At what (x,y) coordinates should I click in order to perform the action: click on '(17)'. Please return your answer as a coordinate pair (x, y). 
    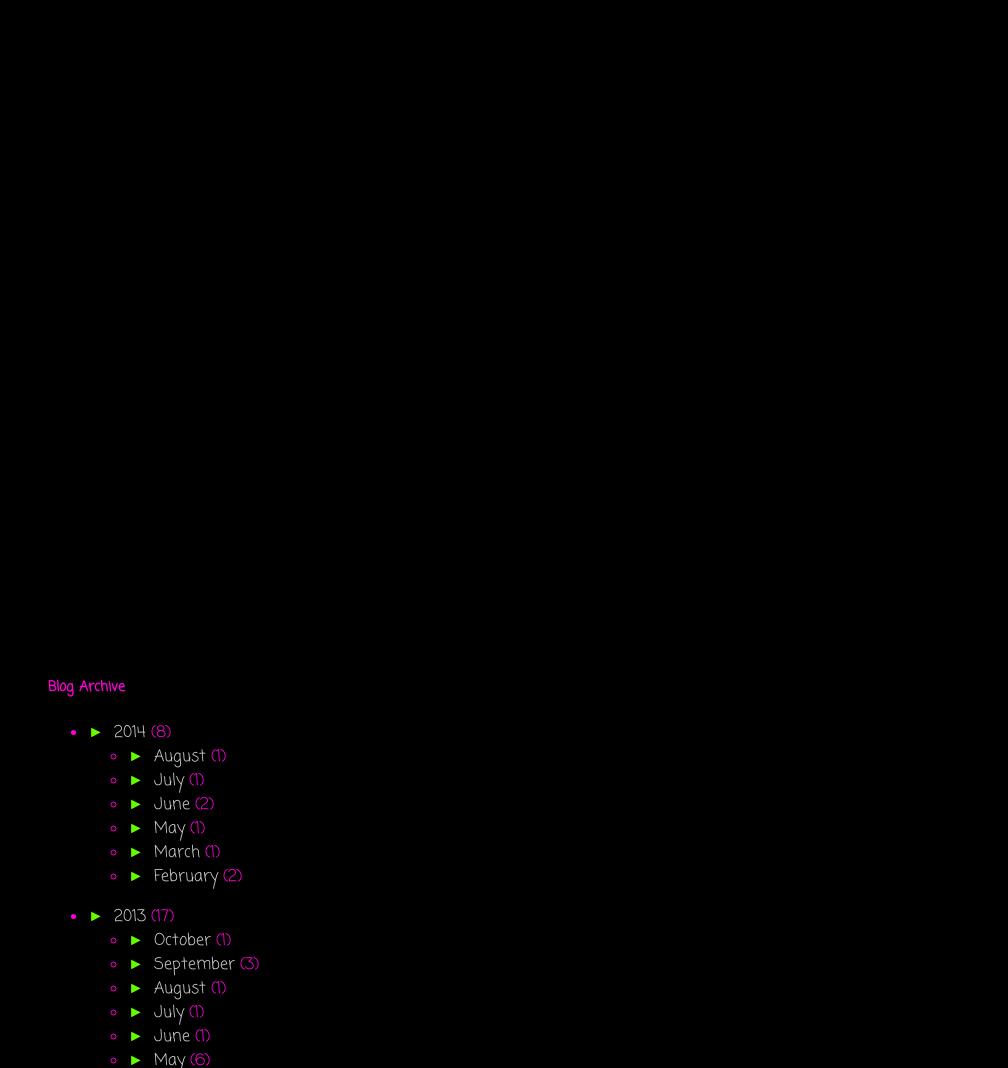
    Looking at the image, I should click on (161, 915).